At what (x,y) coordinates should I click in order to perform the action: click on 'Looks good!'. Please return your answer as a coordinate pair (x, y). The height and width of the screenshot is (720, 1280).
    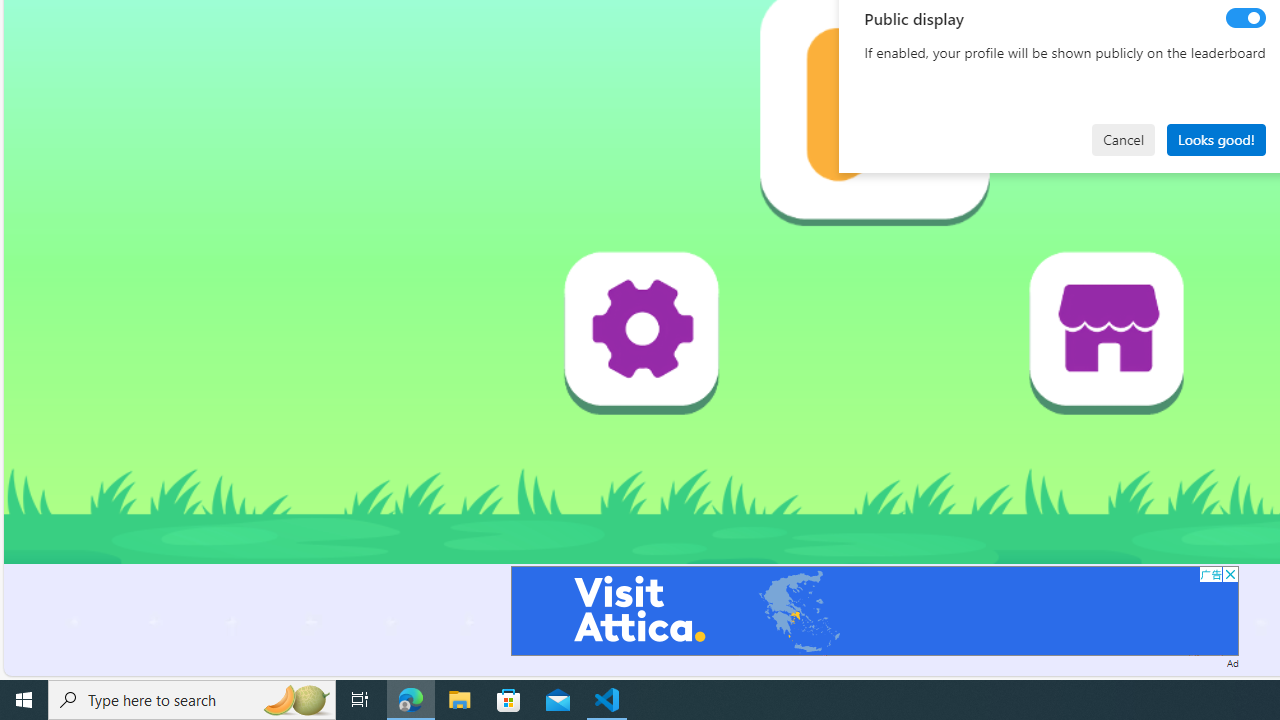
    Looking at the image, I should click on (1215, 138).